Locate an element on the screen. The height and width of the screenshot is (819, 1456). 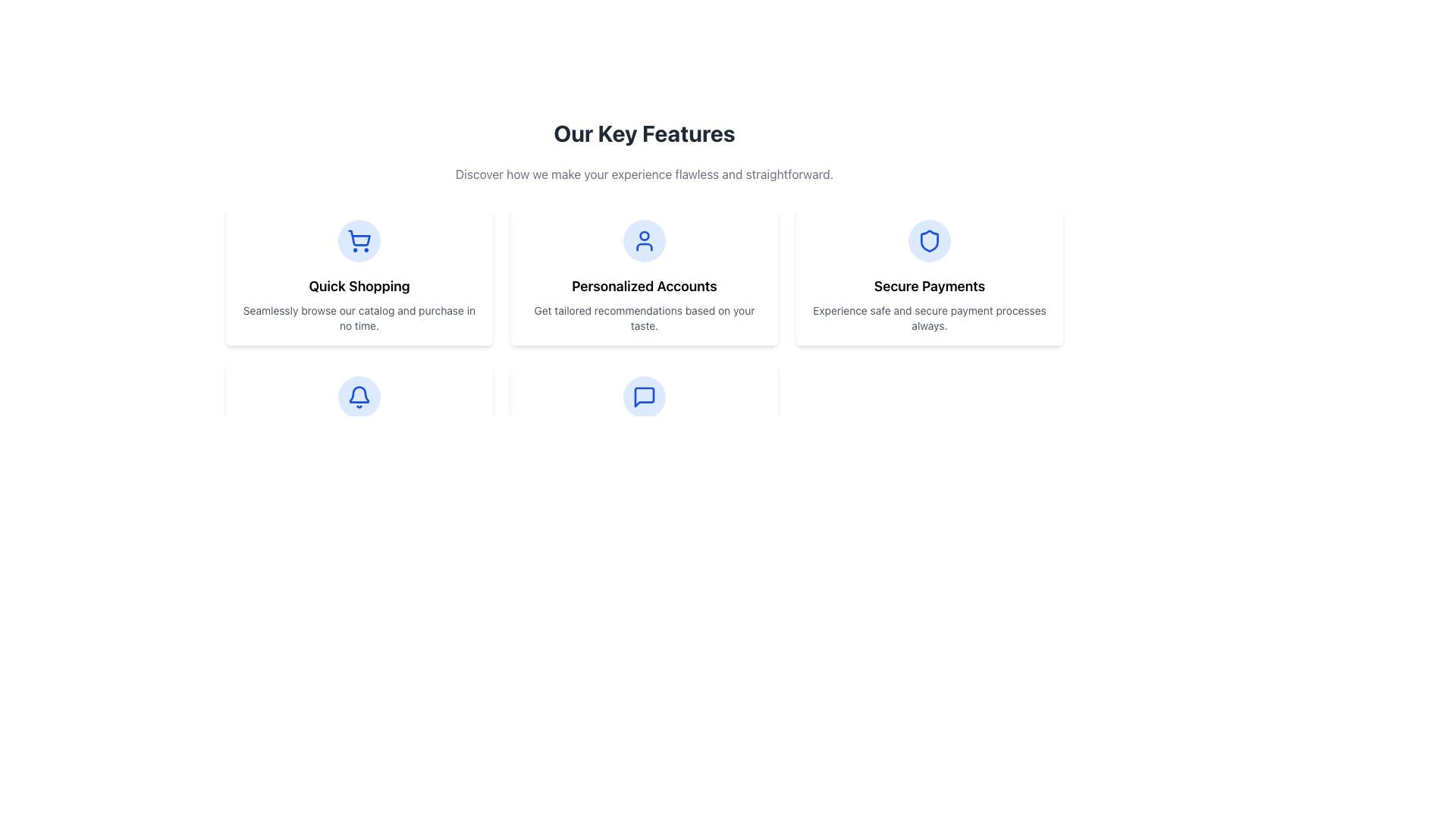
the informational card that highlights the feature of receiving instant notifications concerning the latest offers and updates, which is the fourth card in a horizontal grid layout, located below the 'Quick Shopping' card is located at coordinates (359, 425).